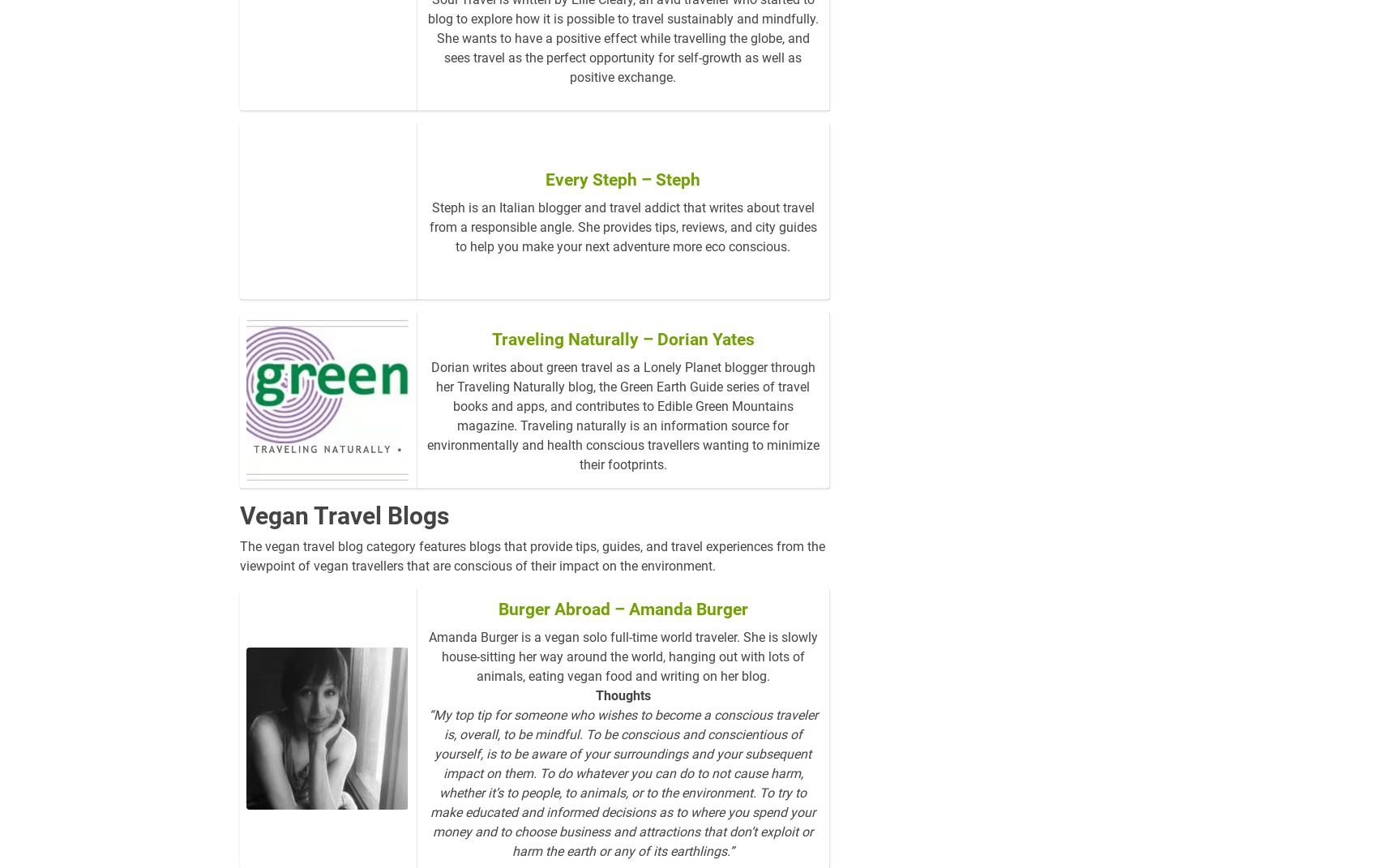 This screenshot has width=1378, height=868. What do you see at coordinates (622, 365) in the screenshot?
I see `'Traveling Naturally – Dorian Yates'` at bounding box center [622, 365].